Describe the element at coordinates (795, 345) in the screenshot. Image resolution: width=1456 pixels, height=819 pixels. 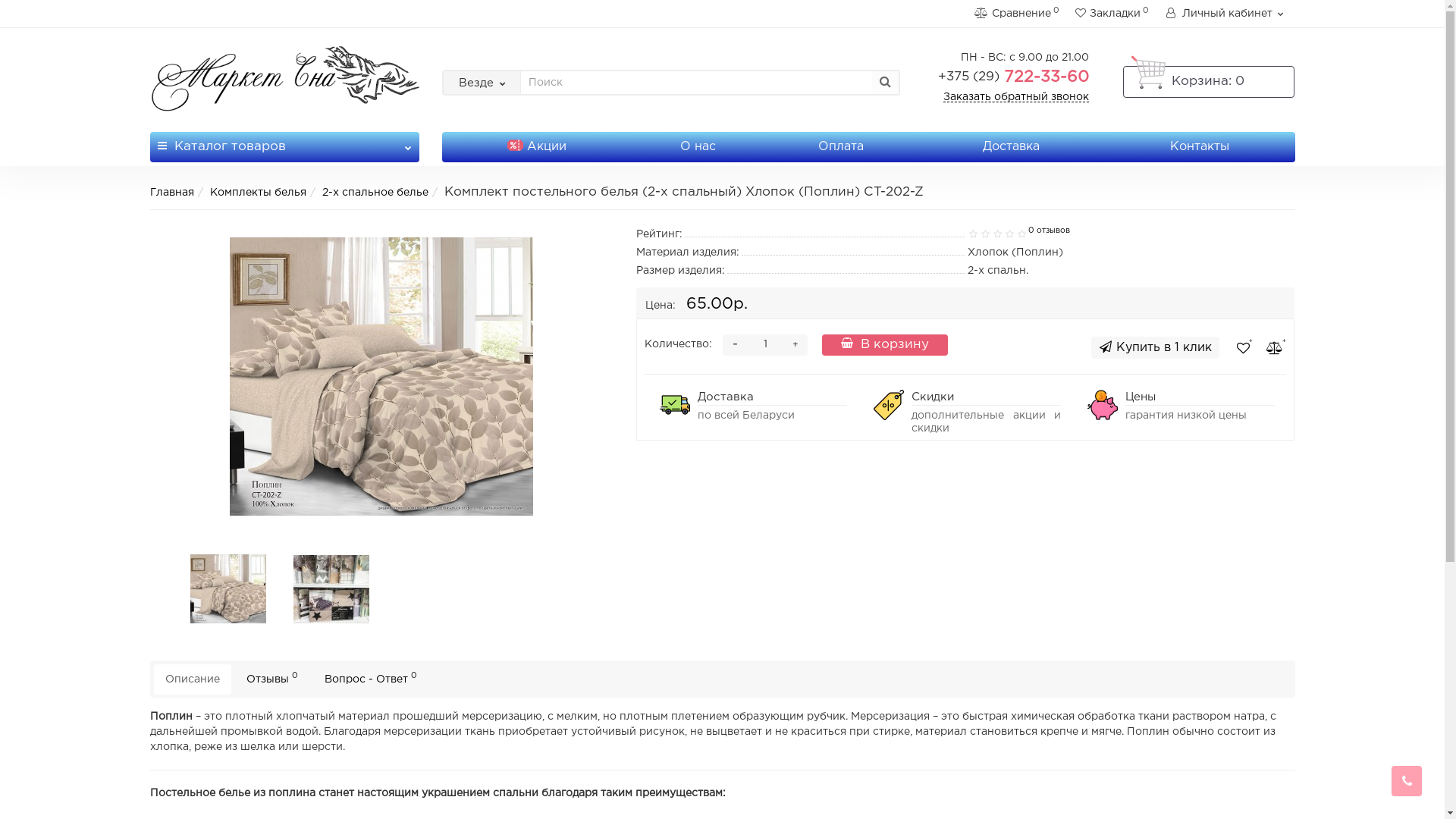
I see `'+'` at that location.